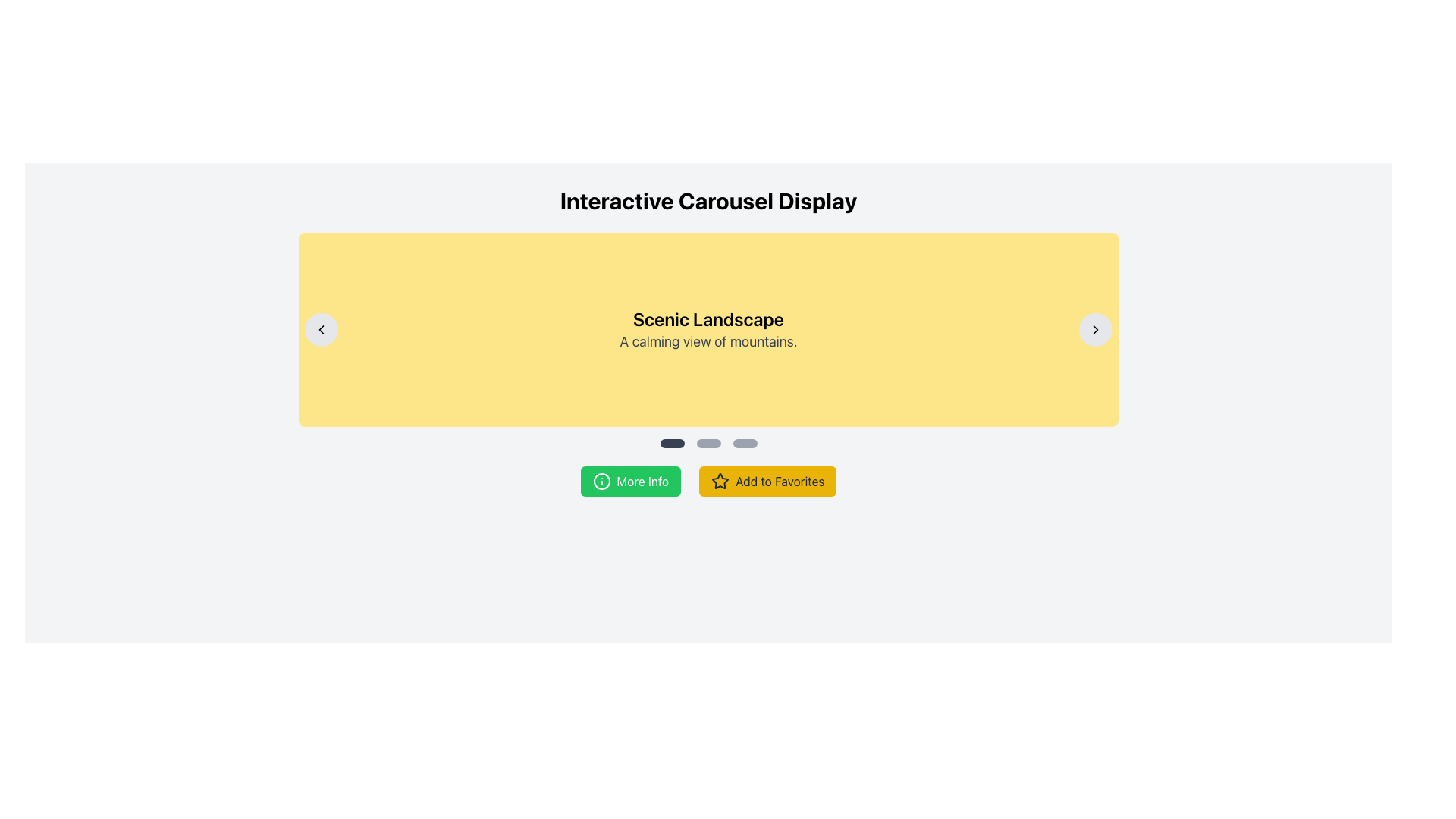 Image resolution: width=1456 pixels, height=819 pixels. Describe the element at coordinates (320, 329) in the screenshot. I see `the left navigation button located to the left of the large yellow panel displaying 'Scenic Landscape: A calming view of mountains'` at that location.